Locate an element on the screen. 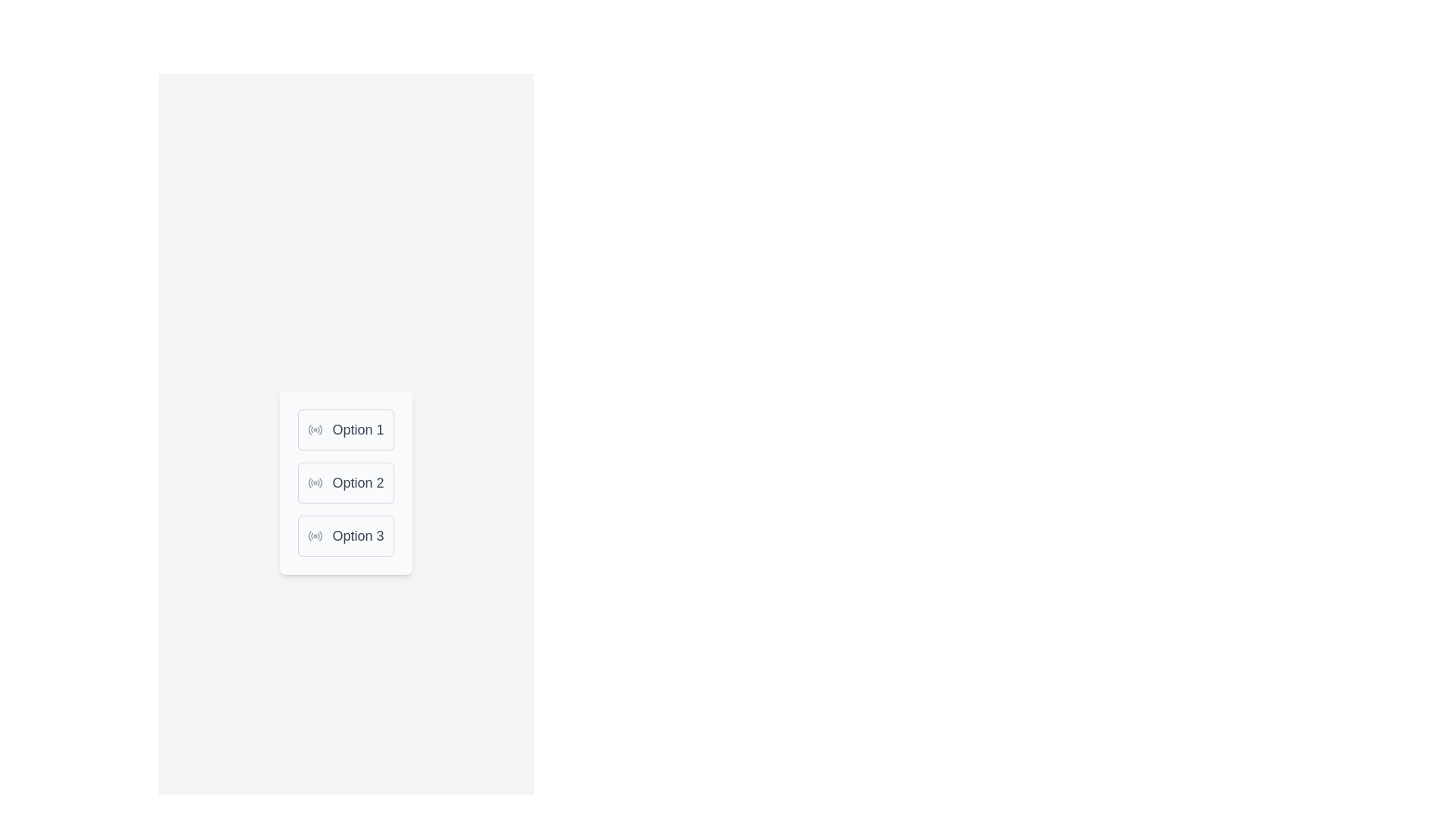 The height and width of the screenshot is (819, 1456). text of the label describing the first selectable option located to the right of the circular radio icon in the first interactive option button is located at coordinates (357, 430).